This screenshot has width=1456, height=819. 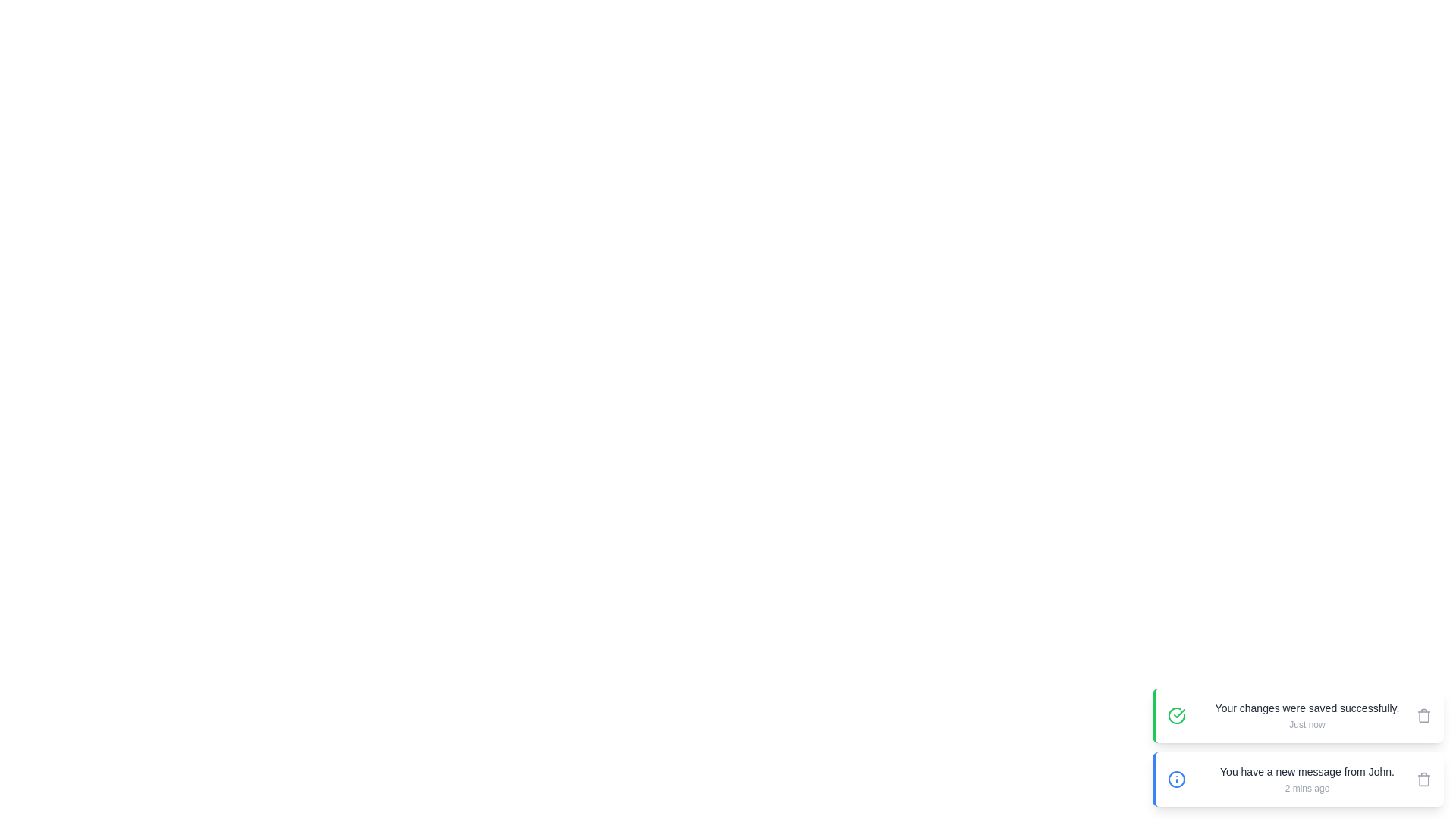 What do you see at coordinates (1175, 780) in the screenshot?
I see `the icon of the snackbar with the message 'You have a new message from John.'` at bounding box center [1175, 780].